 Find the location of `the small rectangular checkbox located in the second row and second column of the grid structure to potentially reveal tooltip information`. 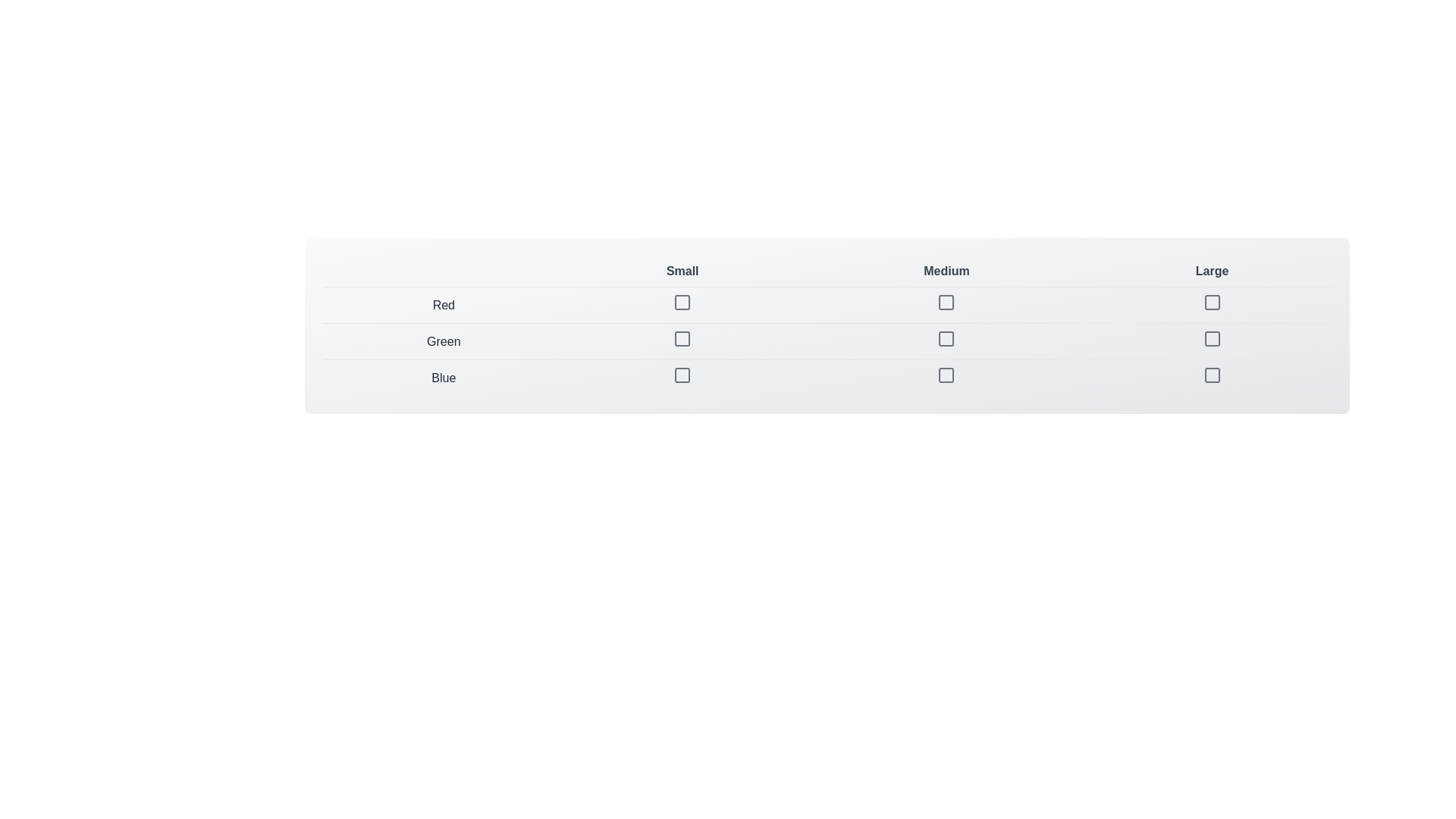

the small rectangular checkbox located in the second row and second column of the grid structure to potentially reveal tooltip information is located at coordinates (682, 341).